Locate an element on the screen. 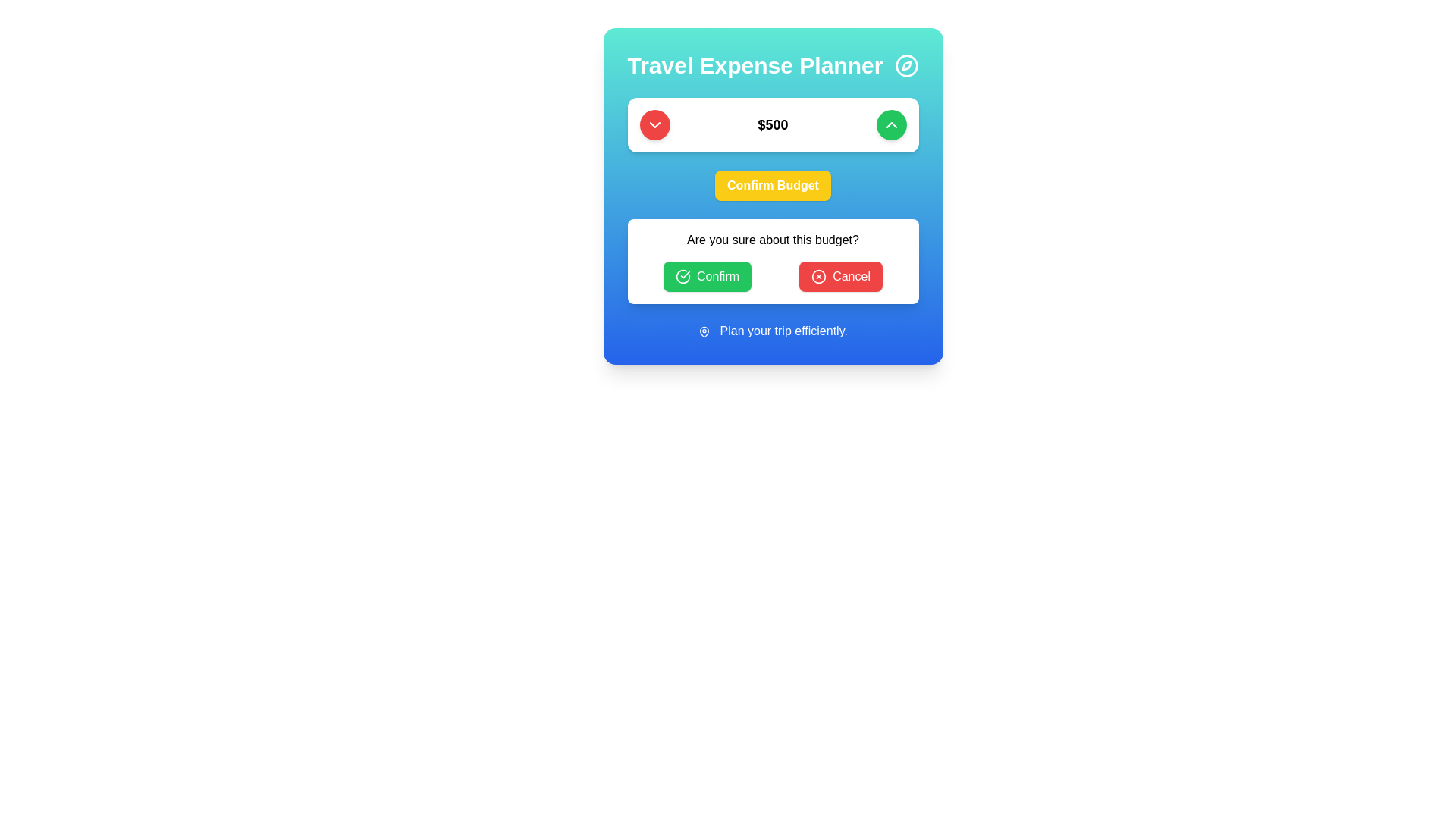 The width and height of the screenshot is (1456, 819). the confirmation icon within the 'Confirm' button, which indicates user approval for the action, located below the text 'Are you sure about this budget?' is located at coordinates (682, 277).